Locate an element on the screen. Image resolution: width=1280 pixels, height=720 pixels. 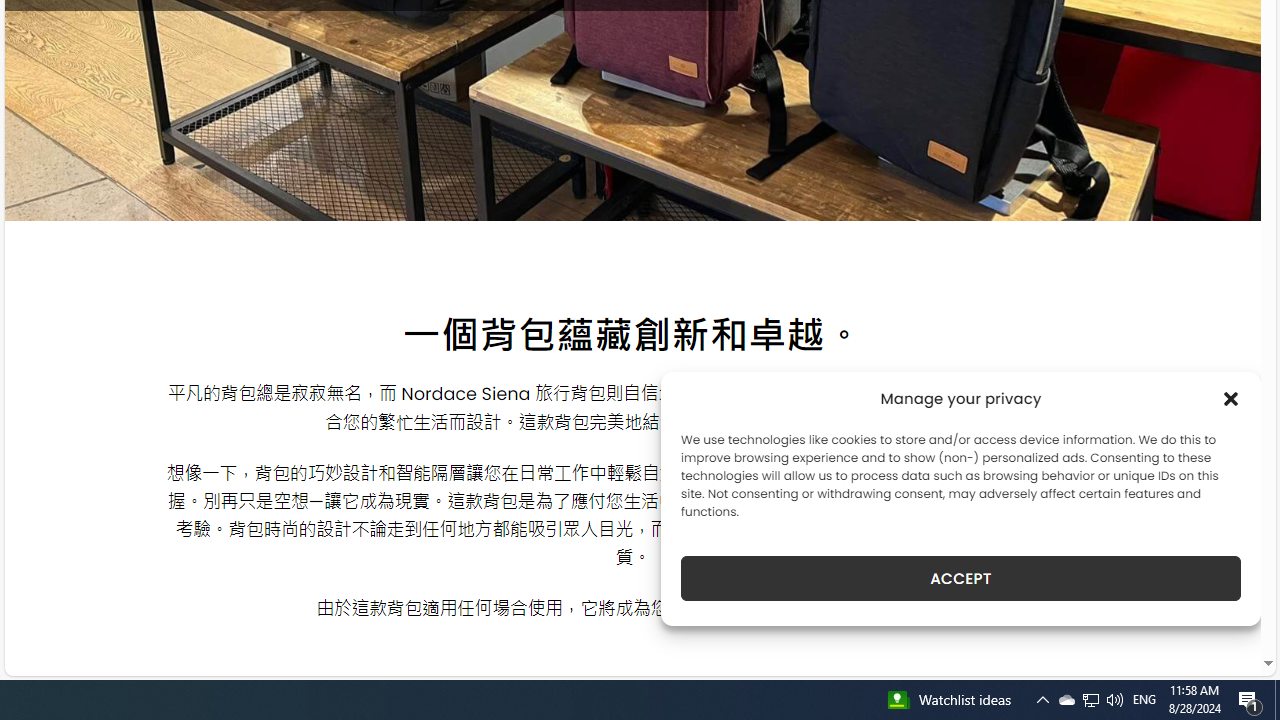
'Class: cmplz-close' is located at coordinates (1230, 398).